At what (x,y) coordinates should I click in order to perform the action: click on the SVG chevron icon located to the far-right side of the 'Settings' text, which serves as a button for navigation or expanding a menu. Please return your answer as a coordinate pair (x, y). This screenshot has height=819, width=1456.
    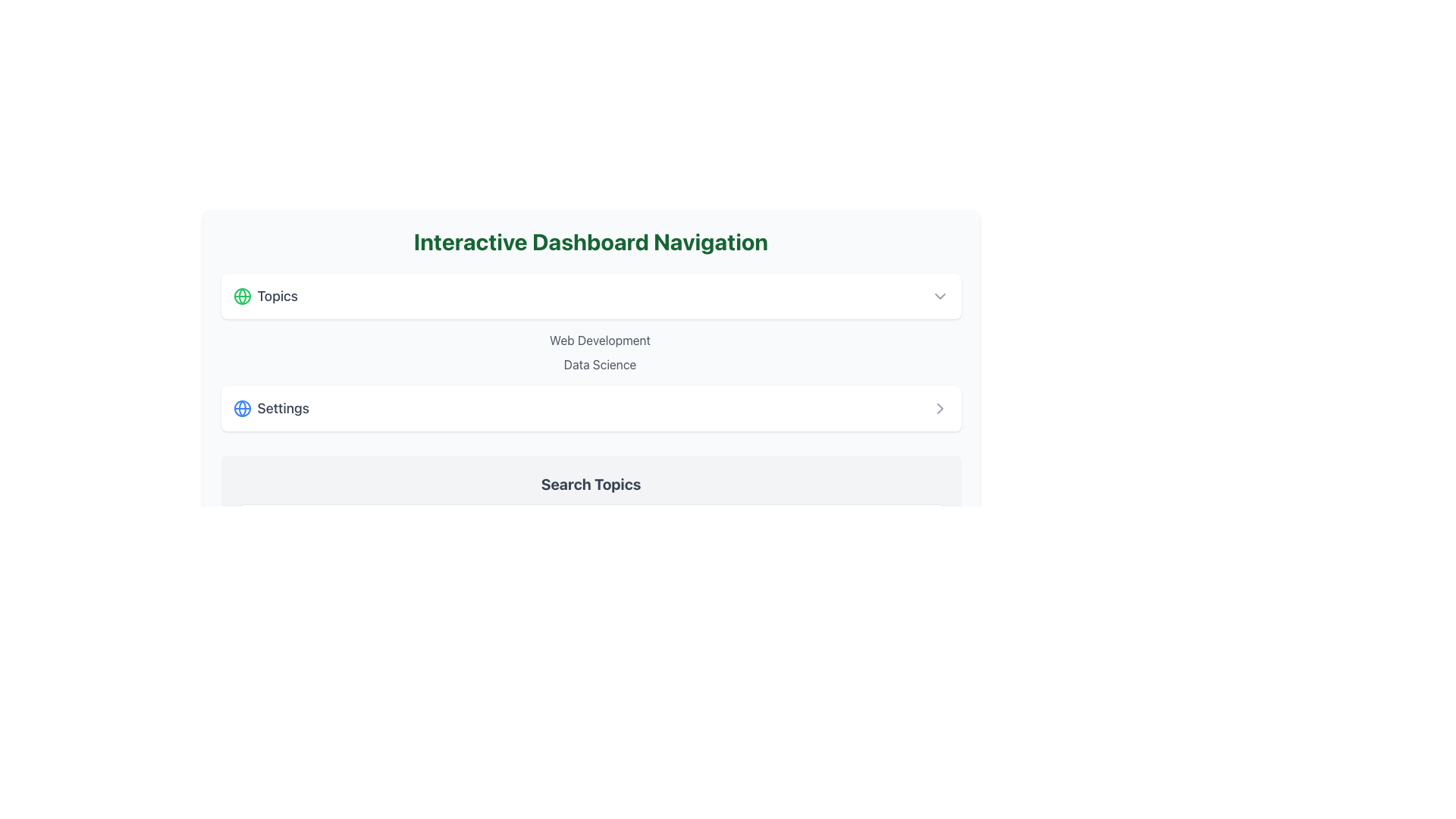
    Looking at the image, I should click on (939, 408).